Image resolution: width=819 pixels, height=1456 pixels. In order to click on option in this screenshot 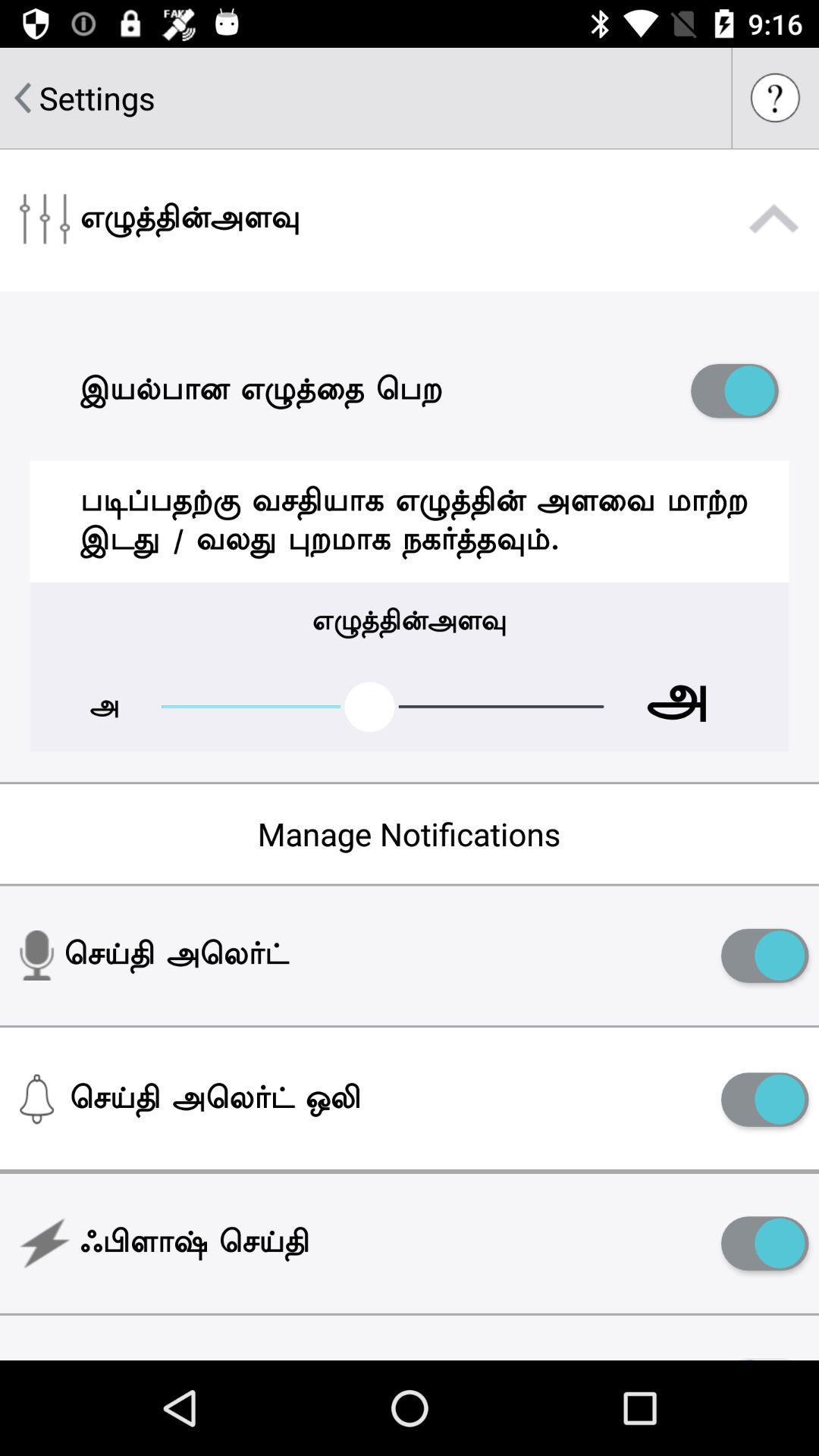, I will do `click(764, 1243)`.